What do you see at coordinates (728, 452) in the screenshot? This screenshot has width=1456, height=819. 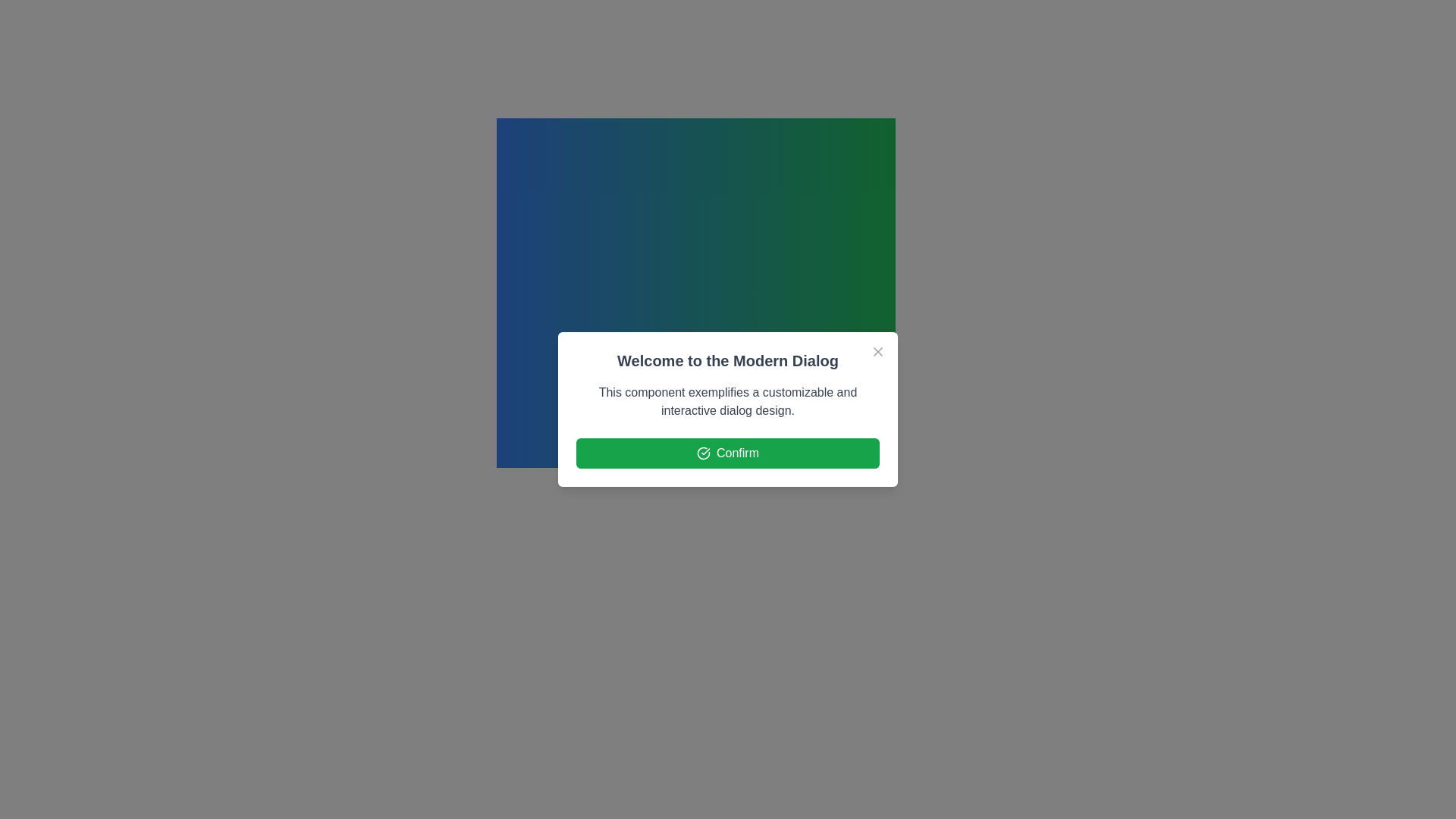 I see `the confirm button located at the bottom of the 'Welcome to the Modern Dialog' dialog box to proceed with the process` at bounding box center [728, 452].